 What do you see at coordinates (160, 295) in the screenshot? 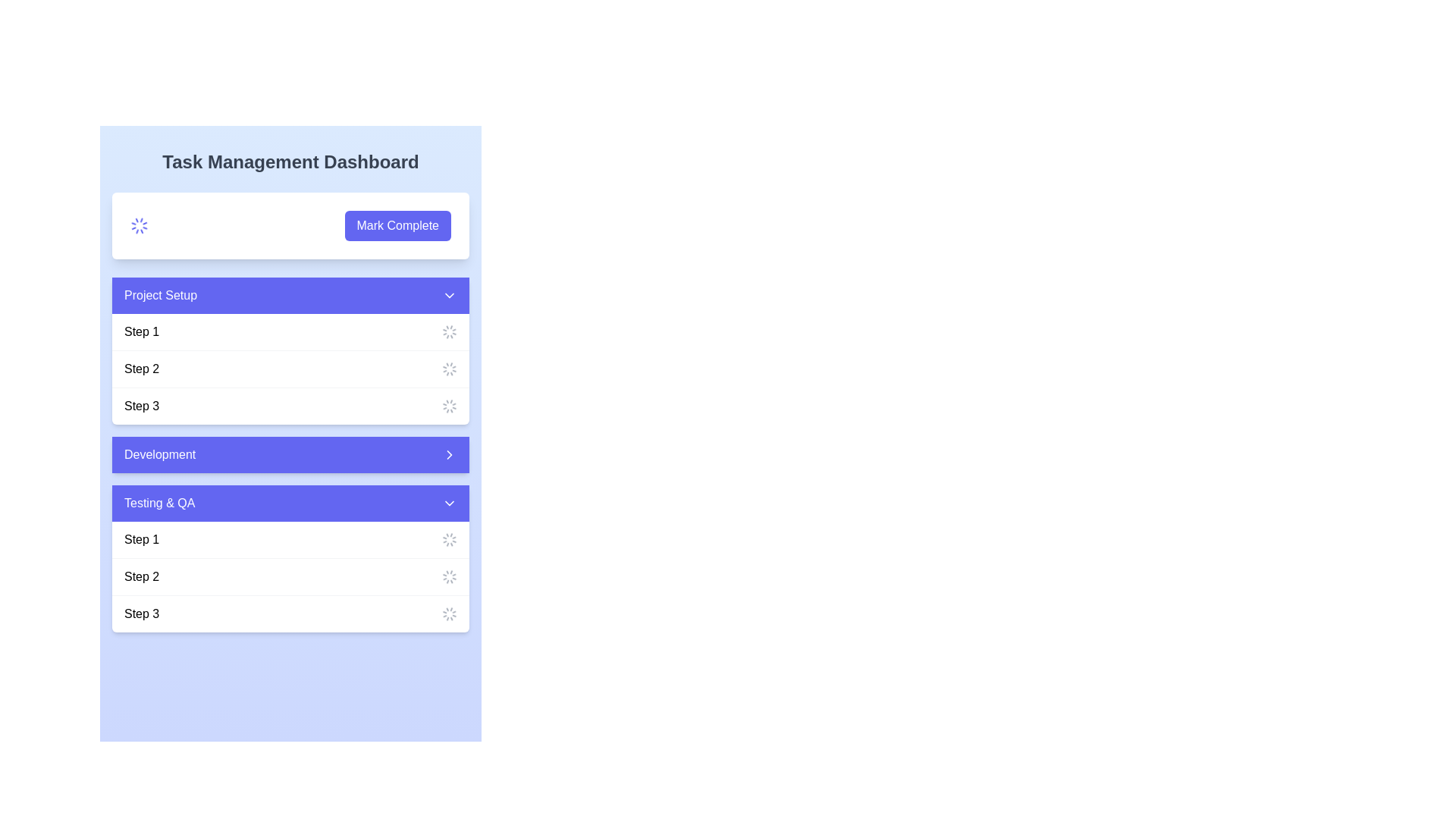
I see `the 'Project Setup' static text within the collapsible menu header` at bounding box center [160, 295].